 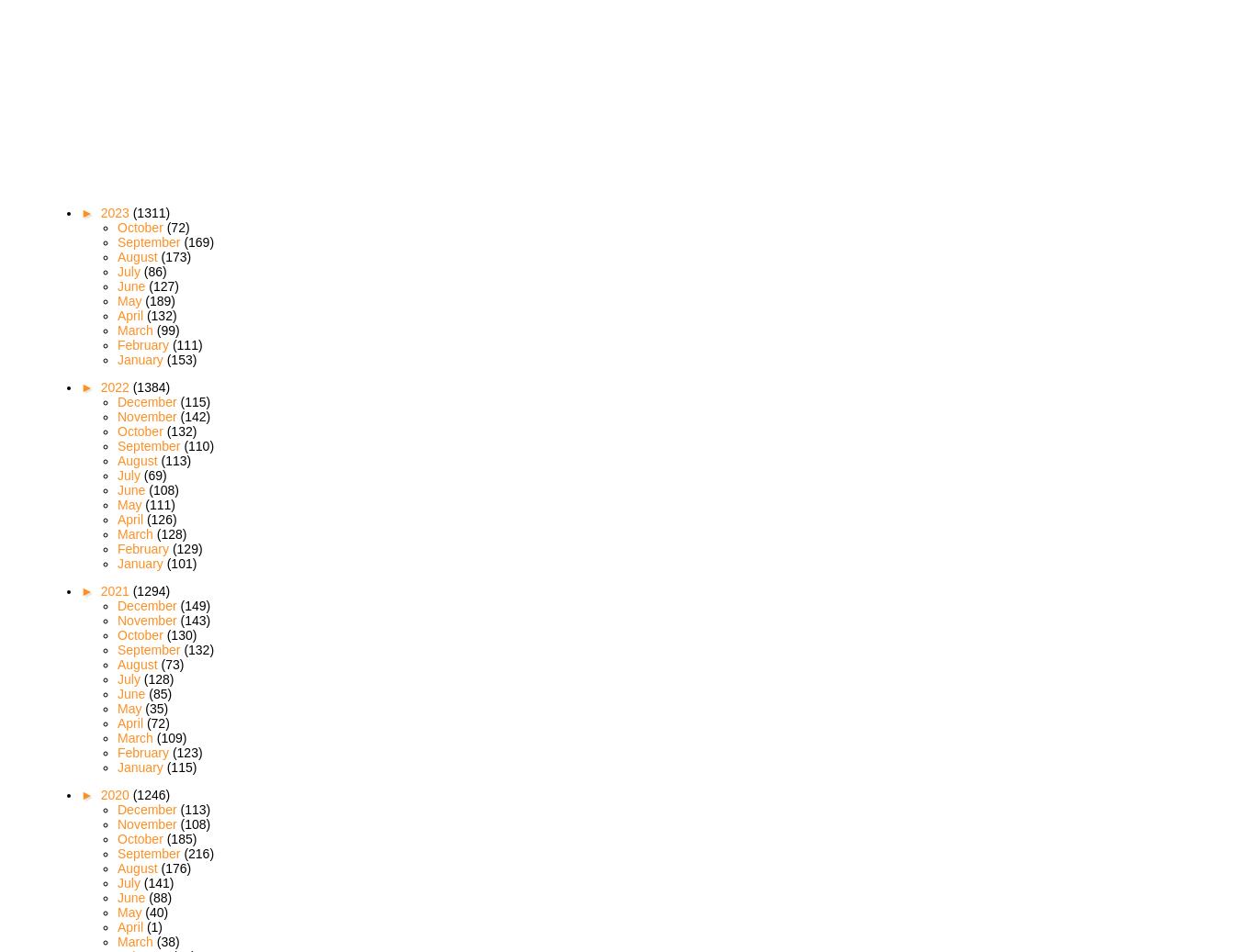 I want to click on '(1246)', so click(x=150, y=793).